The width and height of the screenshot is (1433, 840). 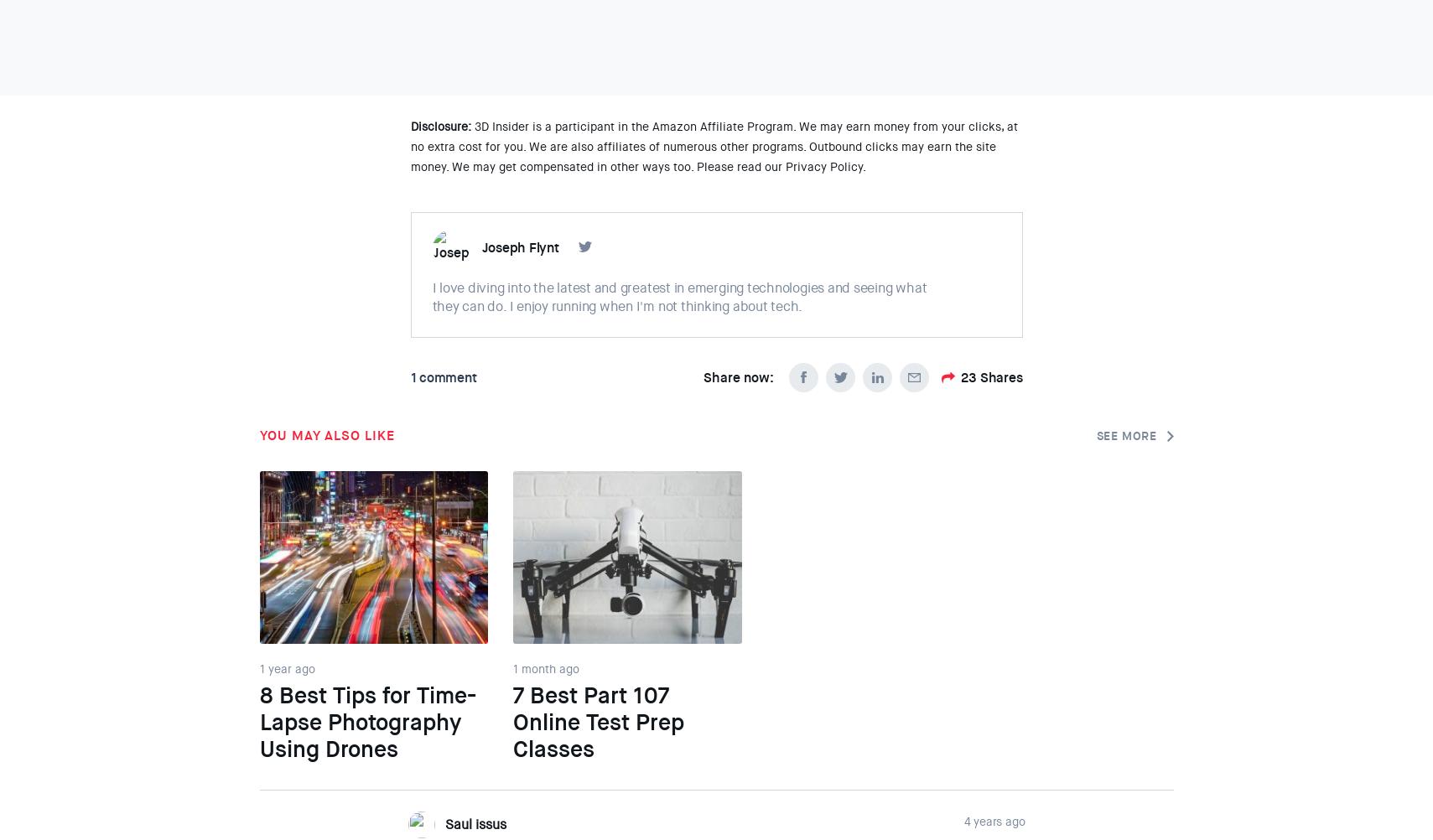 What do you see at coordinates (366, 723) in the screenshot?
I see `'8 Best Tips for Time-Lapse Photography Using Drones'` at bounding box center [366, 723].